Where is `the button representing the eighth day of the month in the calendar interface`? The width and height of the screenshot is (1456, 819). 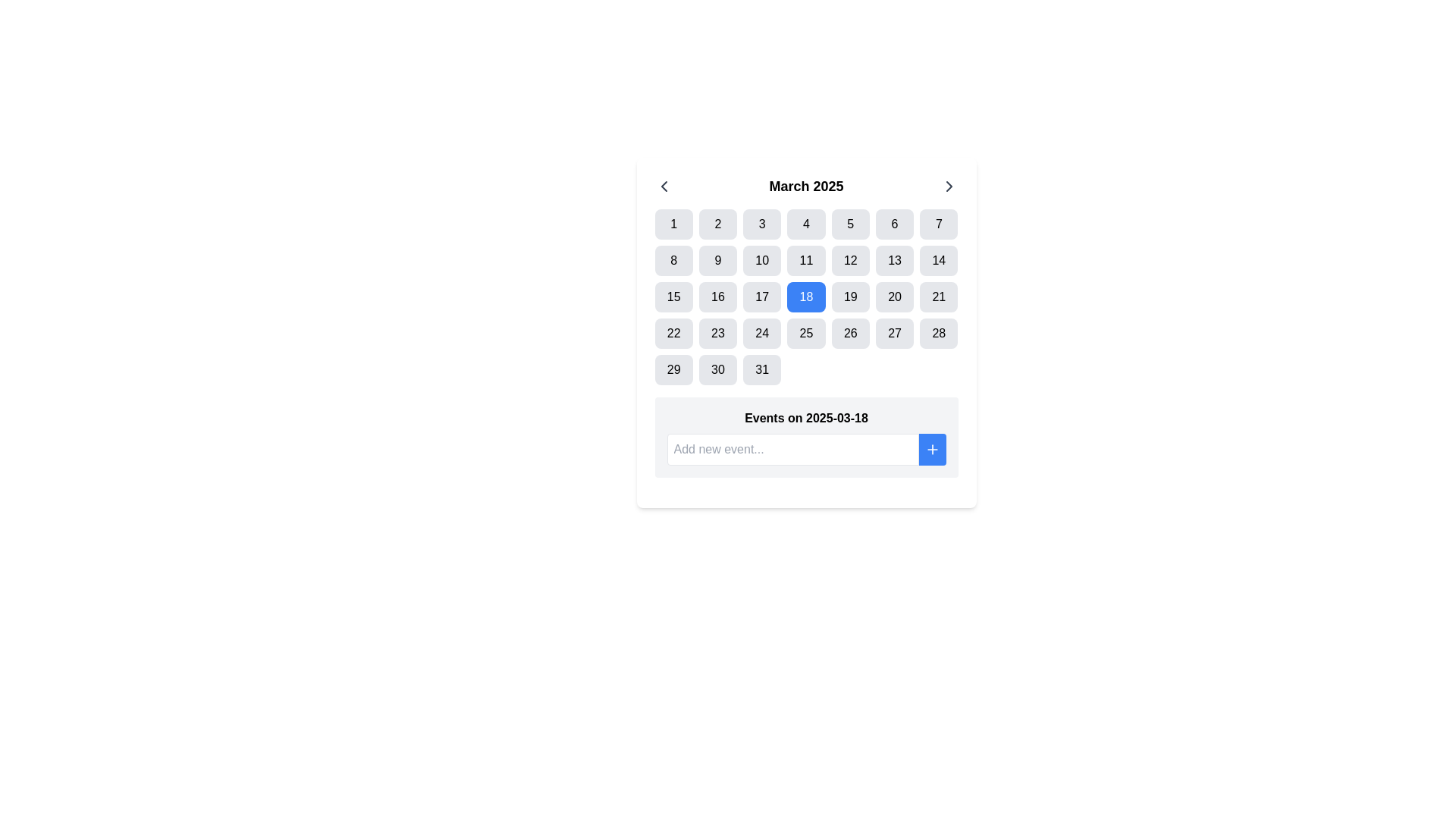
the button representing the eighth day of the month in the calendar interface is located at coordinates (673, 259).